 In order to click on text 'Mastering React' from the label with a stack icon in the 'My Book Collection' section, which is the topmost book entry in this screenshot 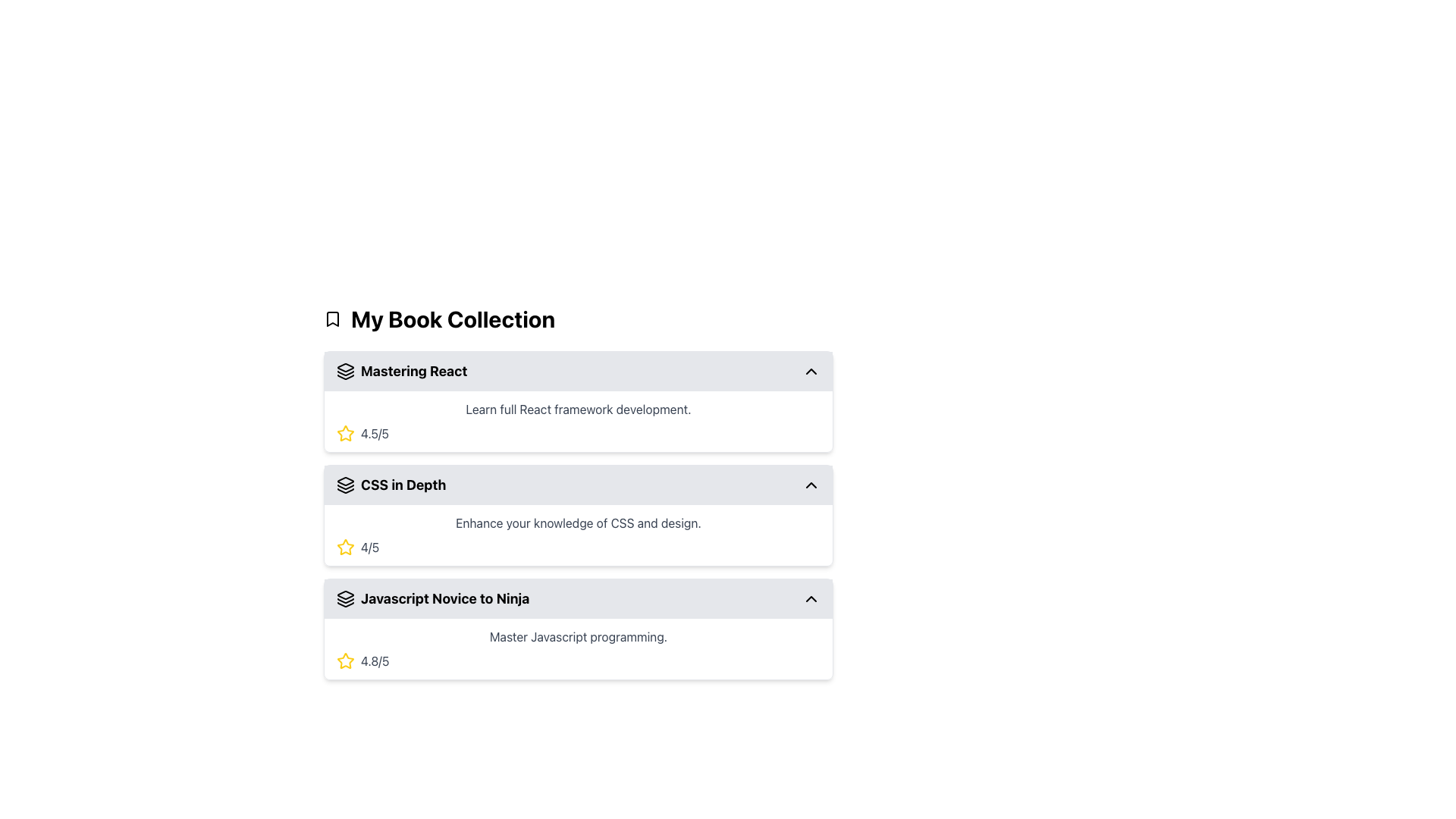, I will do `click(402, 371)`.